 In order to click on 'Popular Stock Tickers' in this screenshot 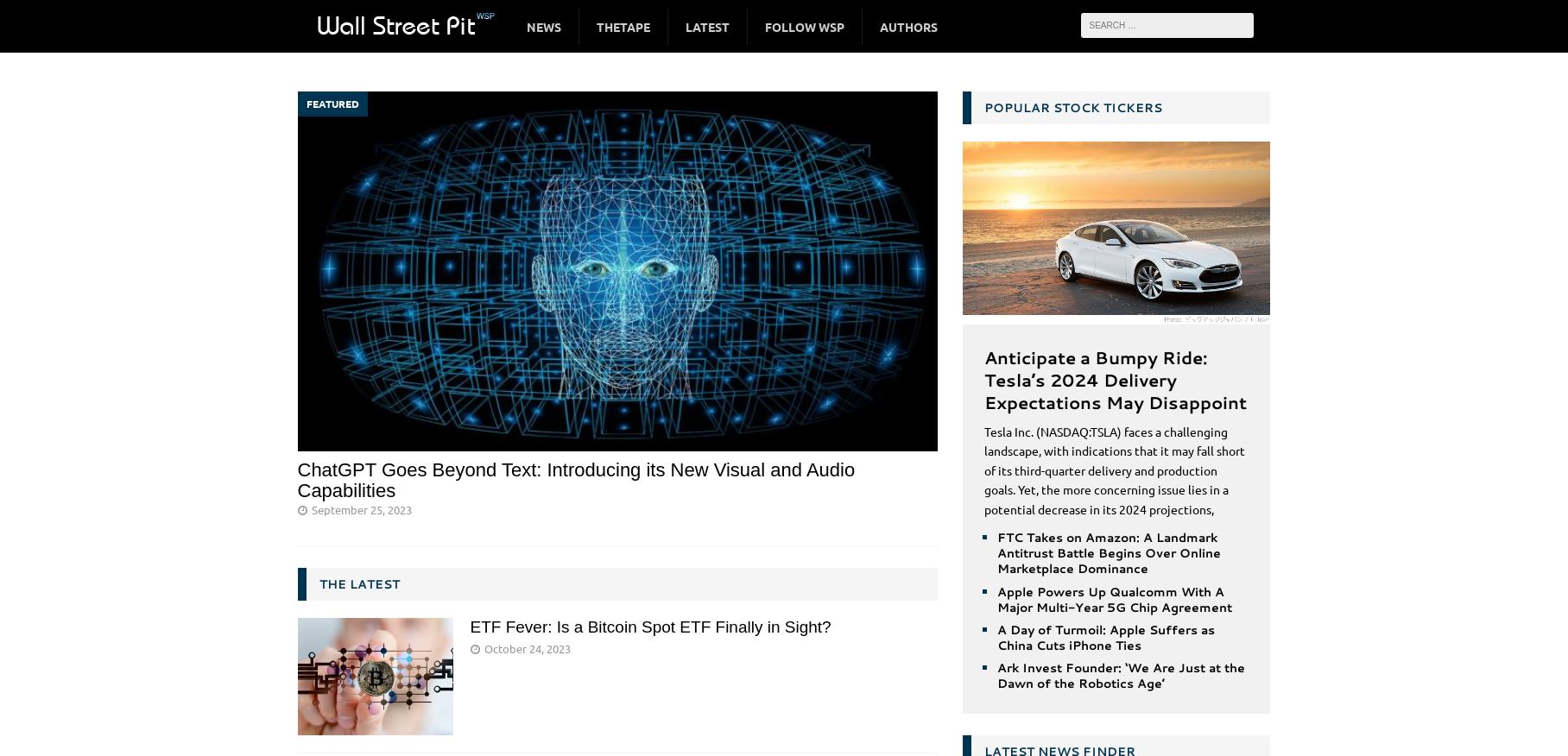, I will do `click(1071, 107)`.